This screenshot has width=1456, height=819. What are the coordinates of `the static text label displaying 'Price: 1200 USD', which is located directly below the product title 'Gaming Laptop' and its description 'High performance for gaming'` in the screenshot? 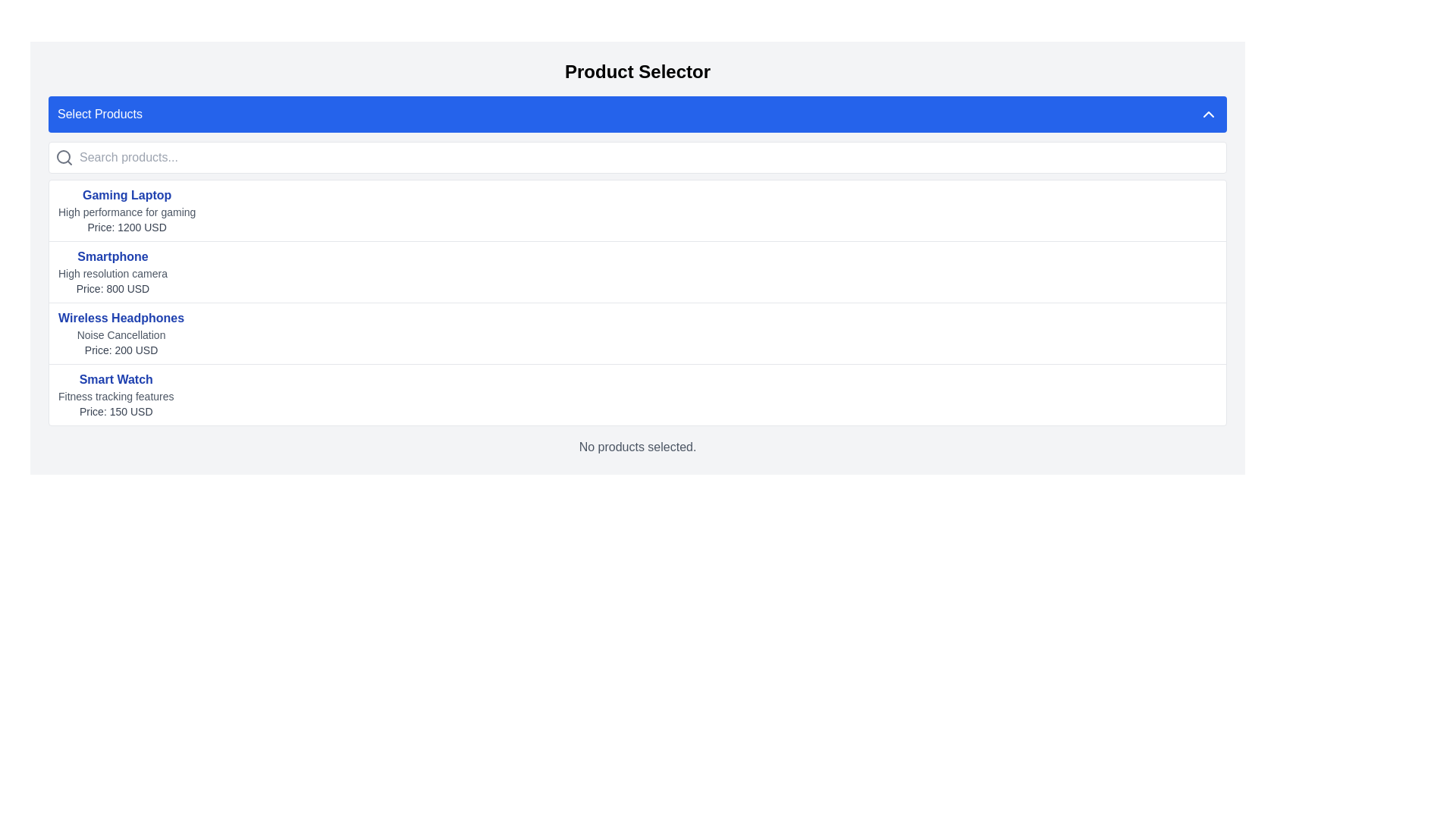 It's located at (127, 227).